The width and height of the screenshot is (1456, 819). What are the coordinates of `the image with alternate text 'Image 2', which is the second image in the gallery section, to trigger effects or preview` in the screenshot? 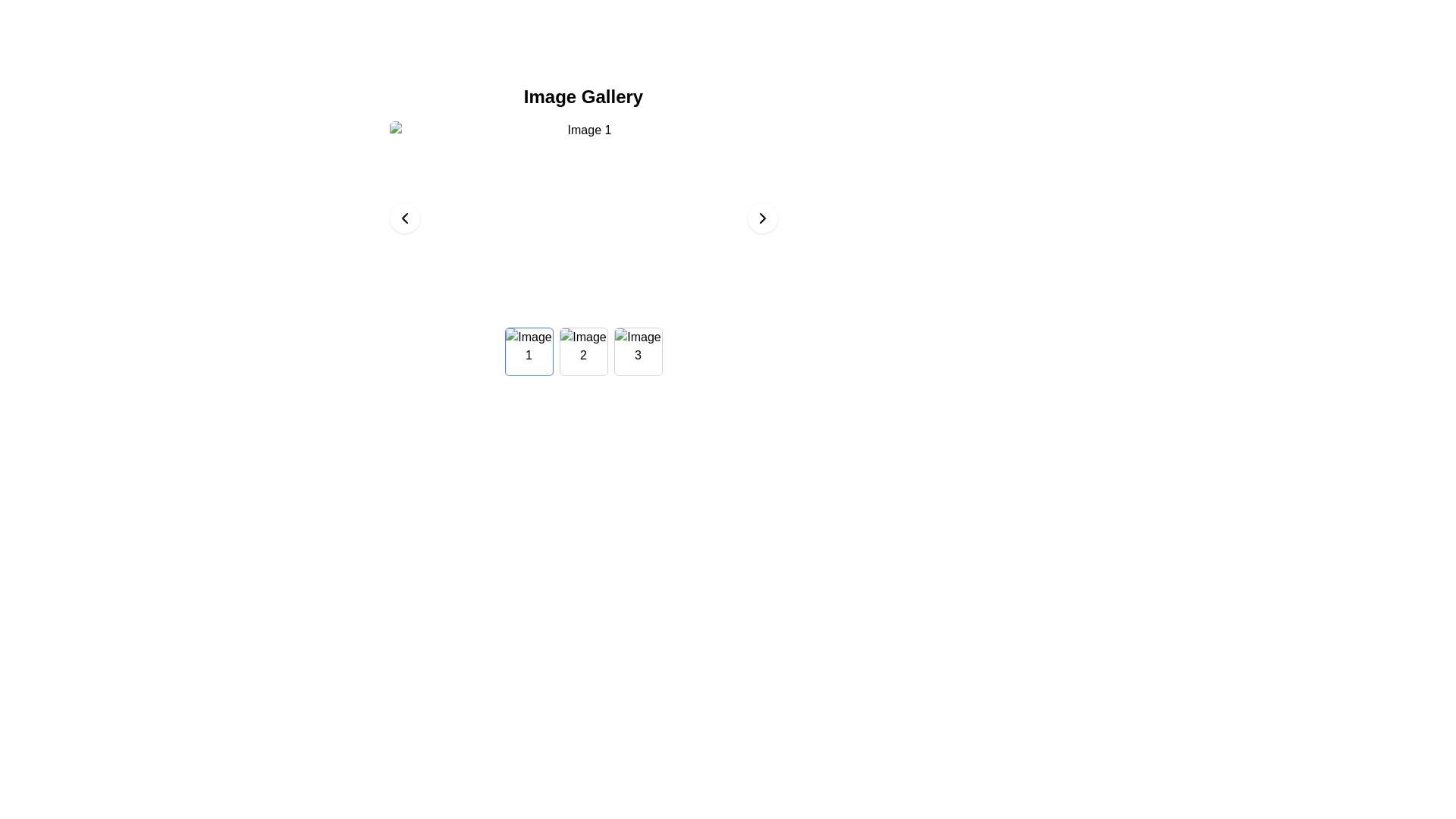 It's located at (582, 351).